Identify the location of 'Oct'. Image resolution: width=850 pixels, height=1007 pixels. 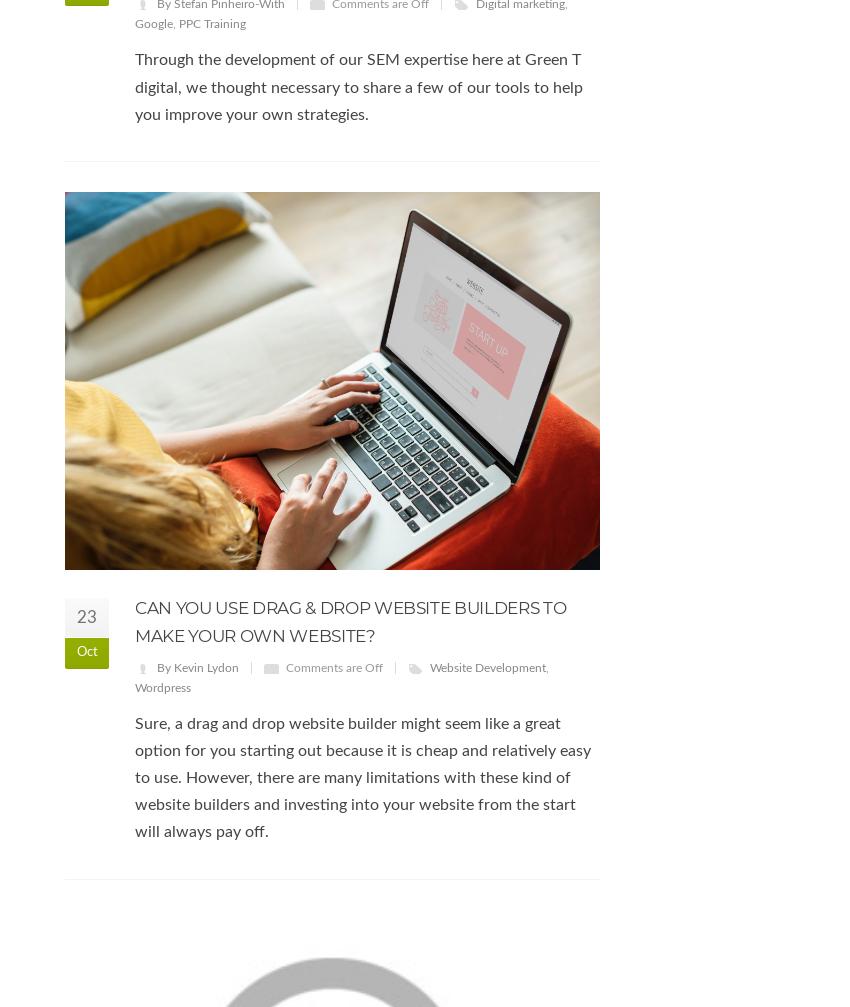
(85, 650).